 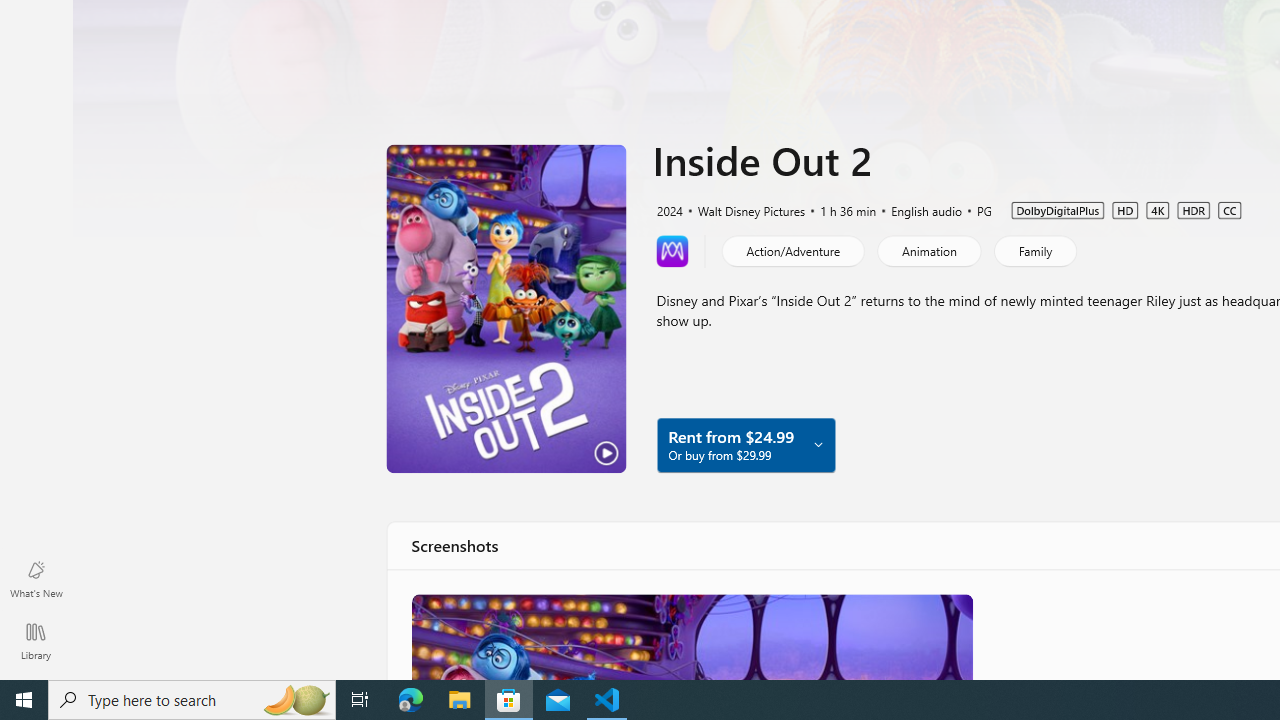 What do you see at coordinates (744, 443) in the screenshot?
I see `'Rent from $24.99 Or buy from $29.99'` at bounding box center [744, 443].